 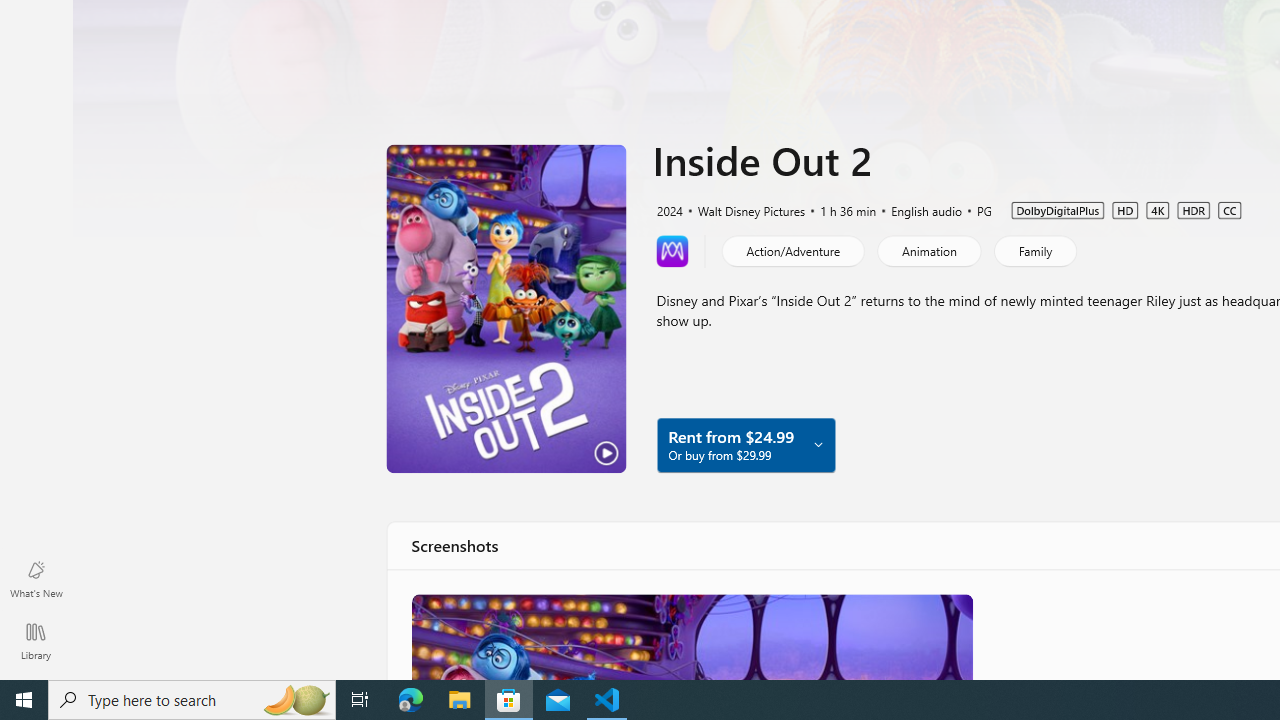 What do you see at coordinates (744, 443) in the screenshot?
I see `'Rent from $24.99 Or buy from $29.99'` at bounding box center [744, 443].